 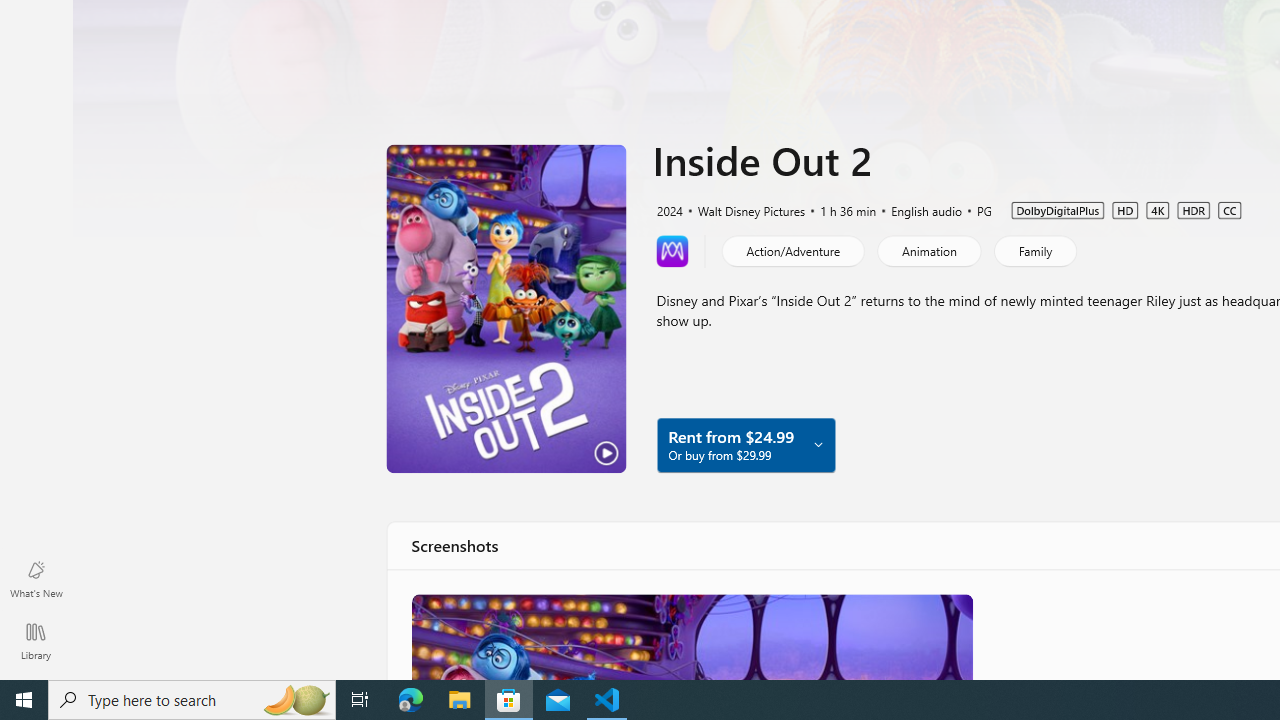 What do you see at coordinates (744, 443) in the screenshot?
I see `'Rent from $24.99 Or buy from $29.99'` at bounding box center [744, 443].